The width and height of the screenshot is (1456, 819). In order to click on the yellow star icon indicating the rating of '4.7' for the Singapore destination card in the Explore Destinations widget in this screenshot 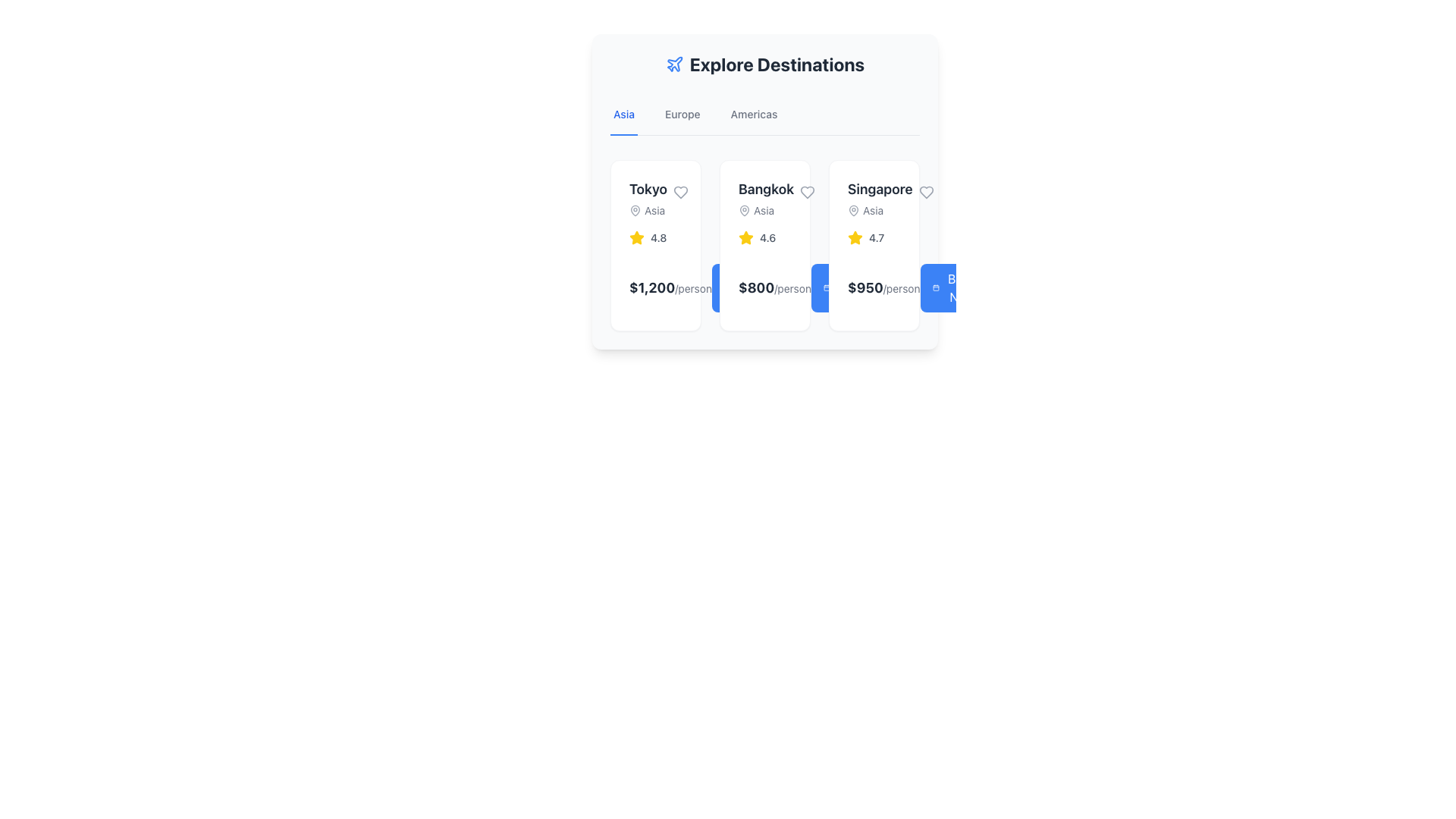, I will do `click(855, 237)`.